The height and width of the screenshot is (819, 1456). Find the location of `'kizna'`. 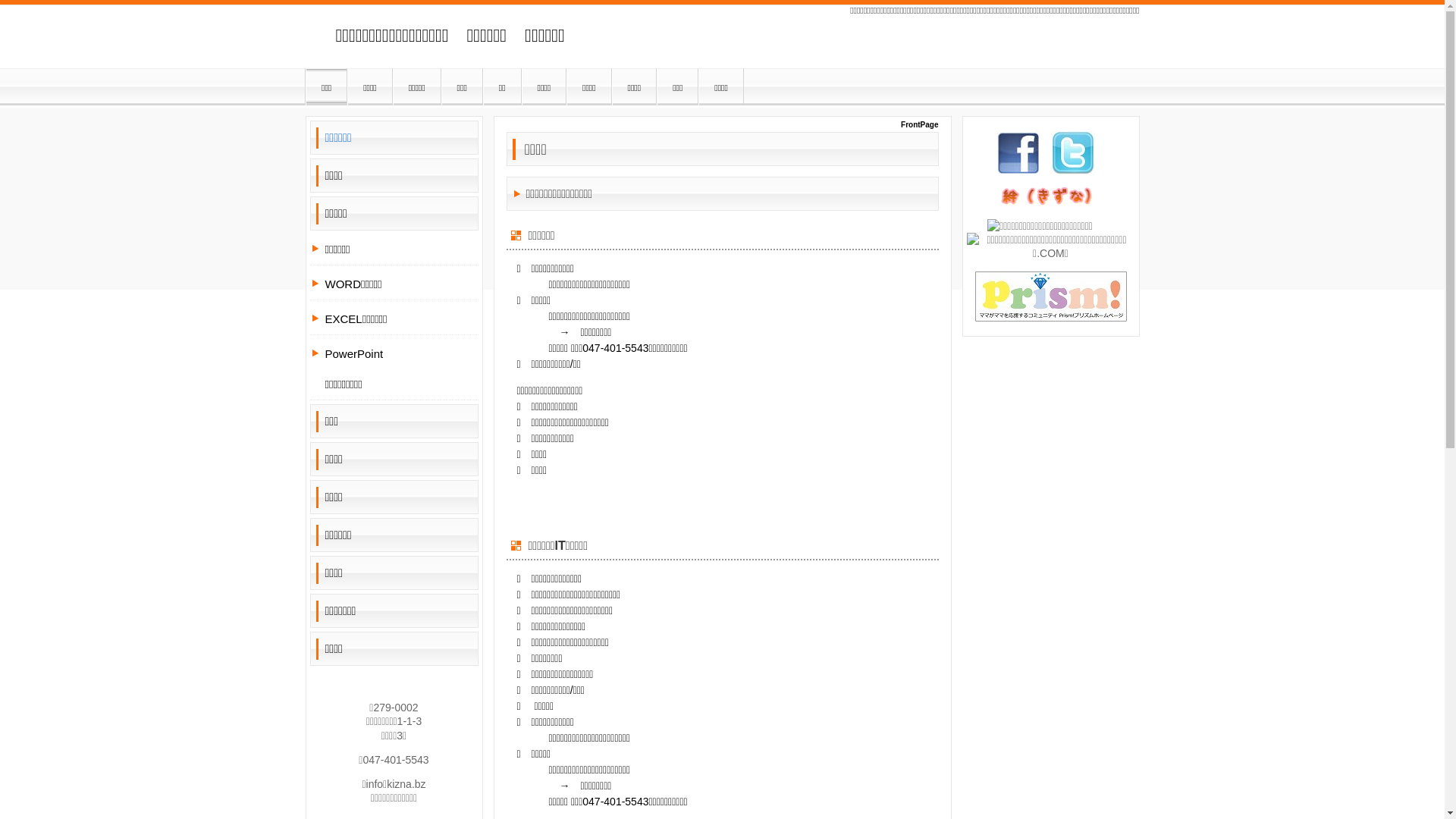

'kizna' is located at coordinates (1050, 196).